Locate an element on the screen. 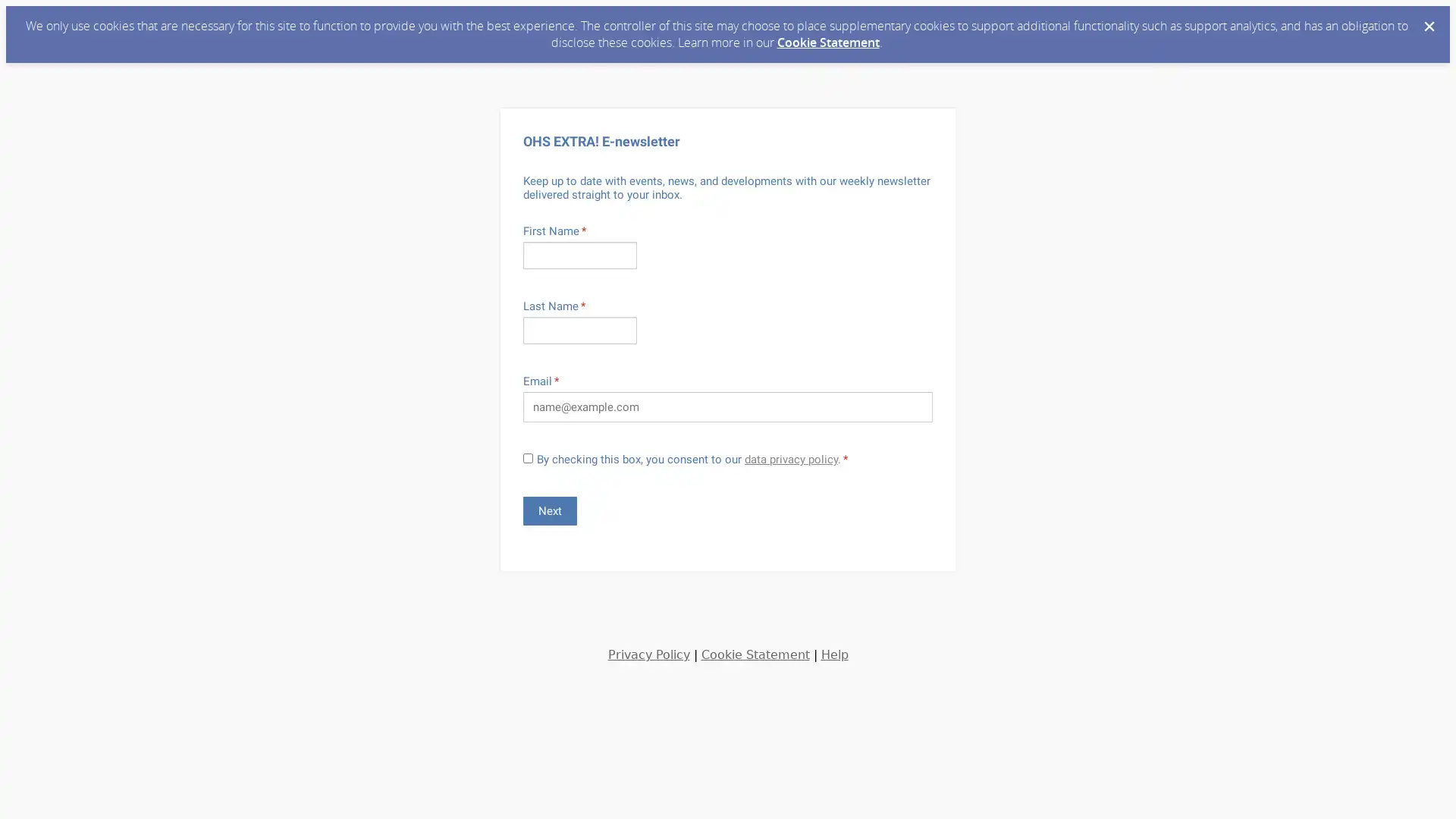 The image size is (1456, 819). Dismiss Cookie Message is located at coordinates (1429, 26).